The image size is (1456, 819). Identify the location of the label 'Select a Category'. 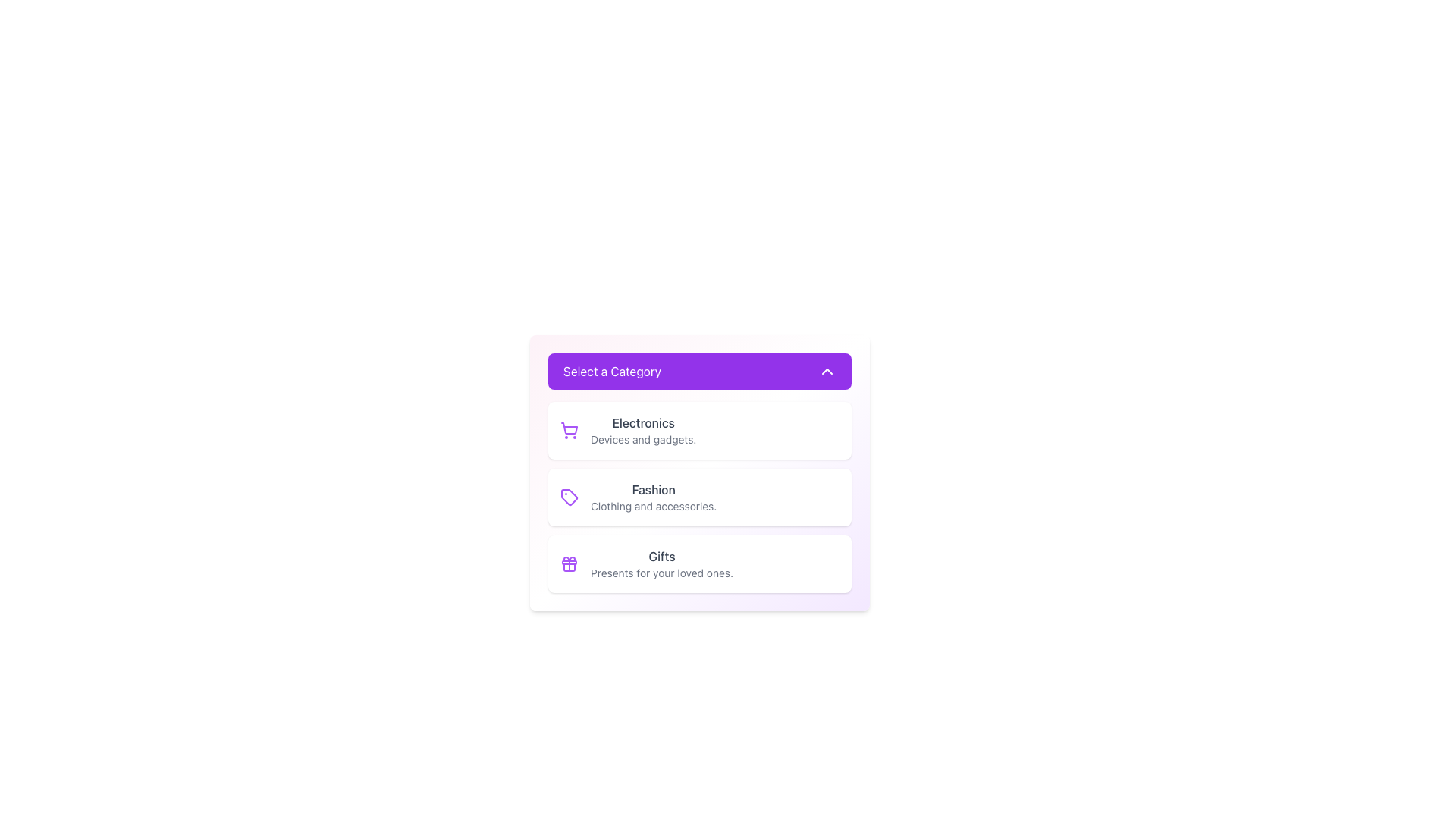
(612, 371).